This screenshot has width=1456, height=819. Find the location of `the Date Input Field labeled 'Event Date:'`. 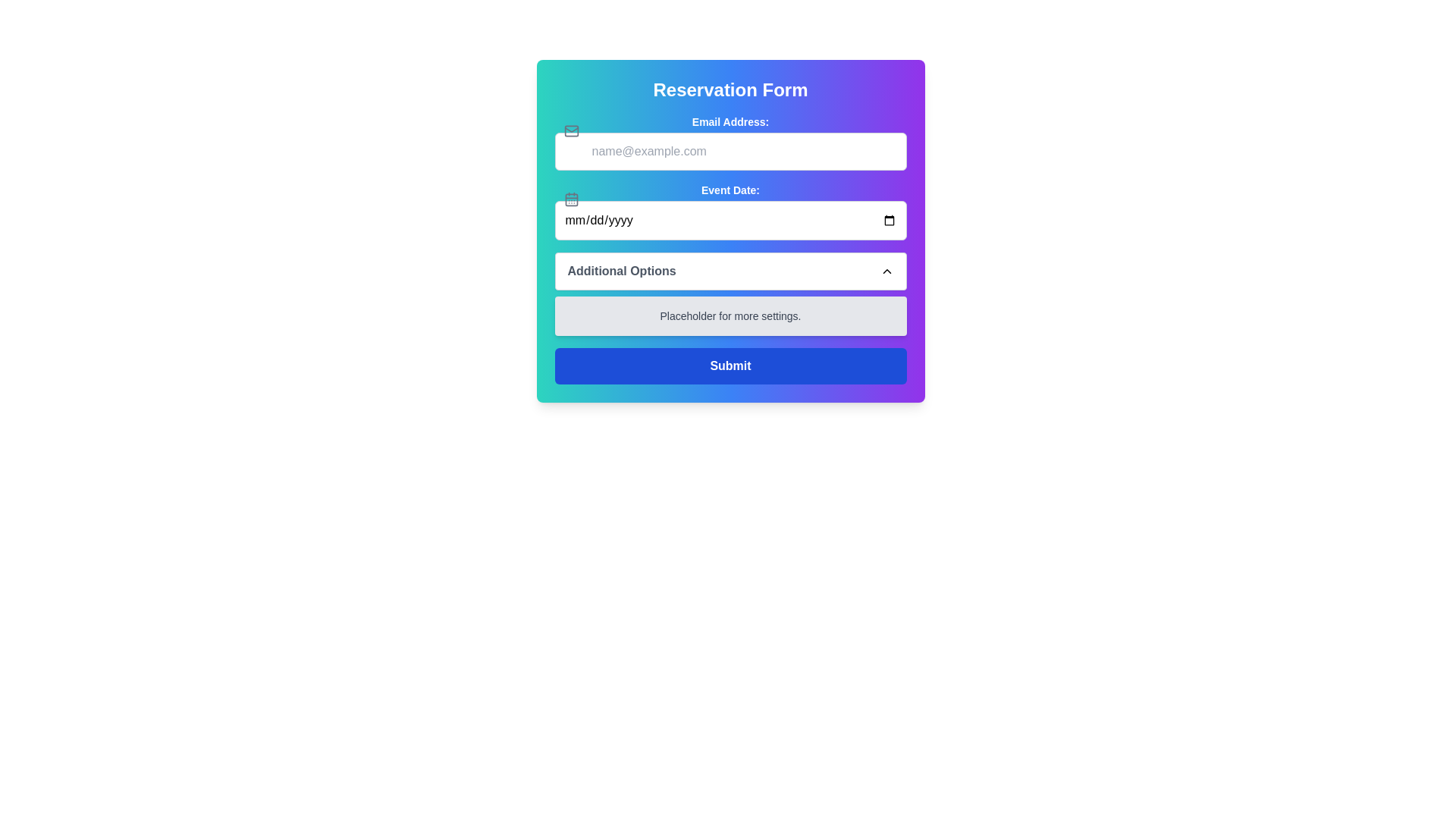

the Date Input Field labeled 'Event Date:' is located at coordinates (730, 211).